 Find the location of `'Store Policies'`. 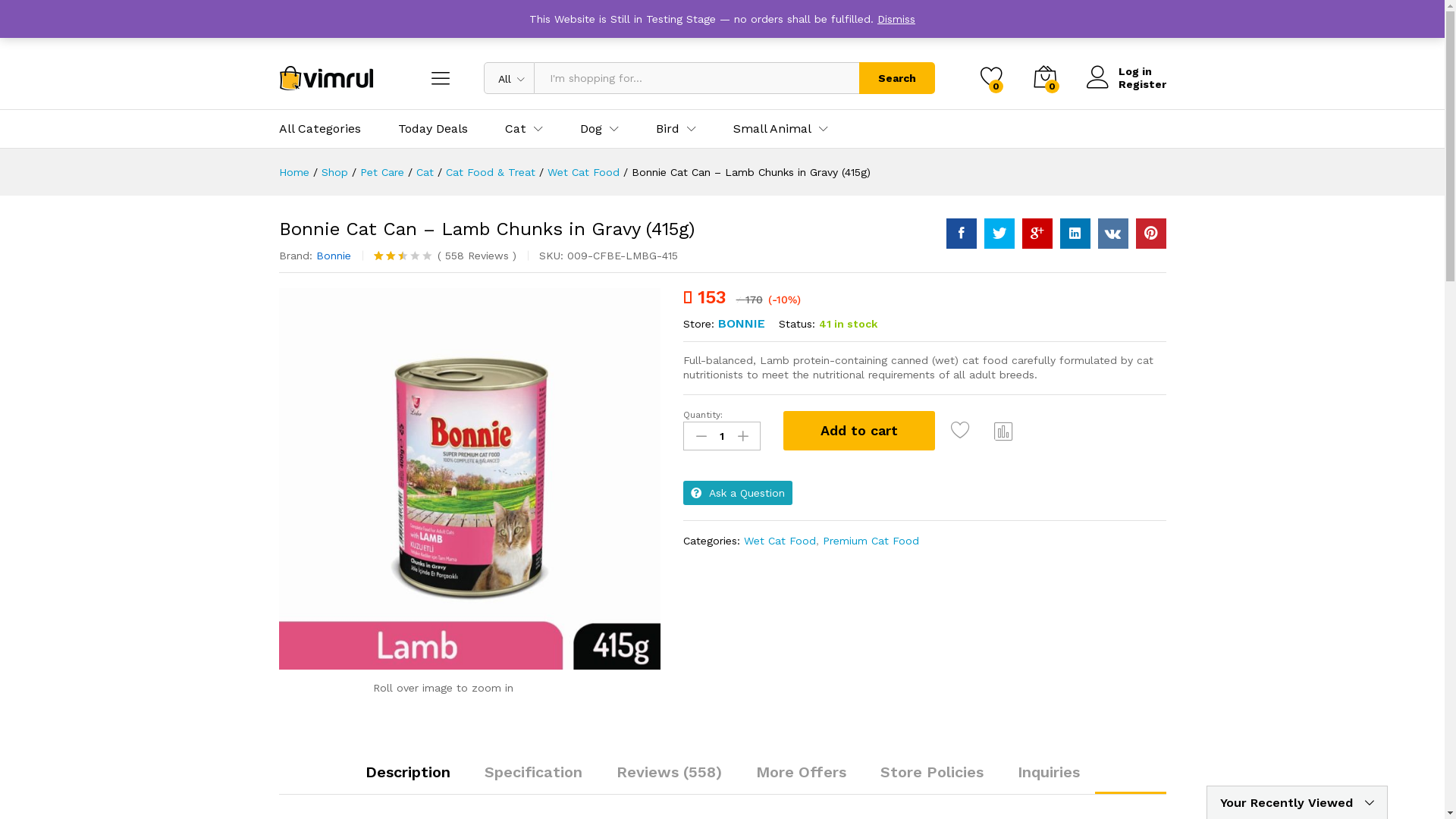

'Store Policies' is located at coordinates (930, 772).